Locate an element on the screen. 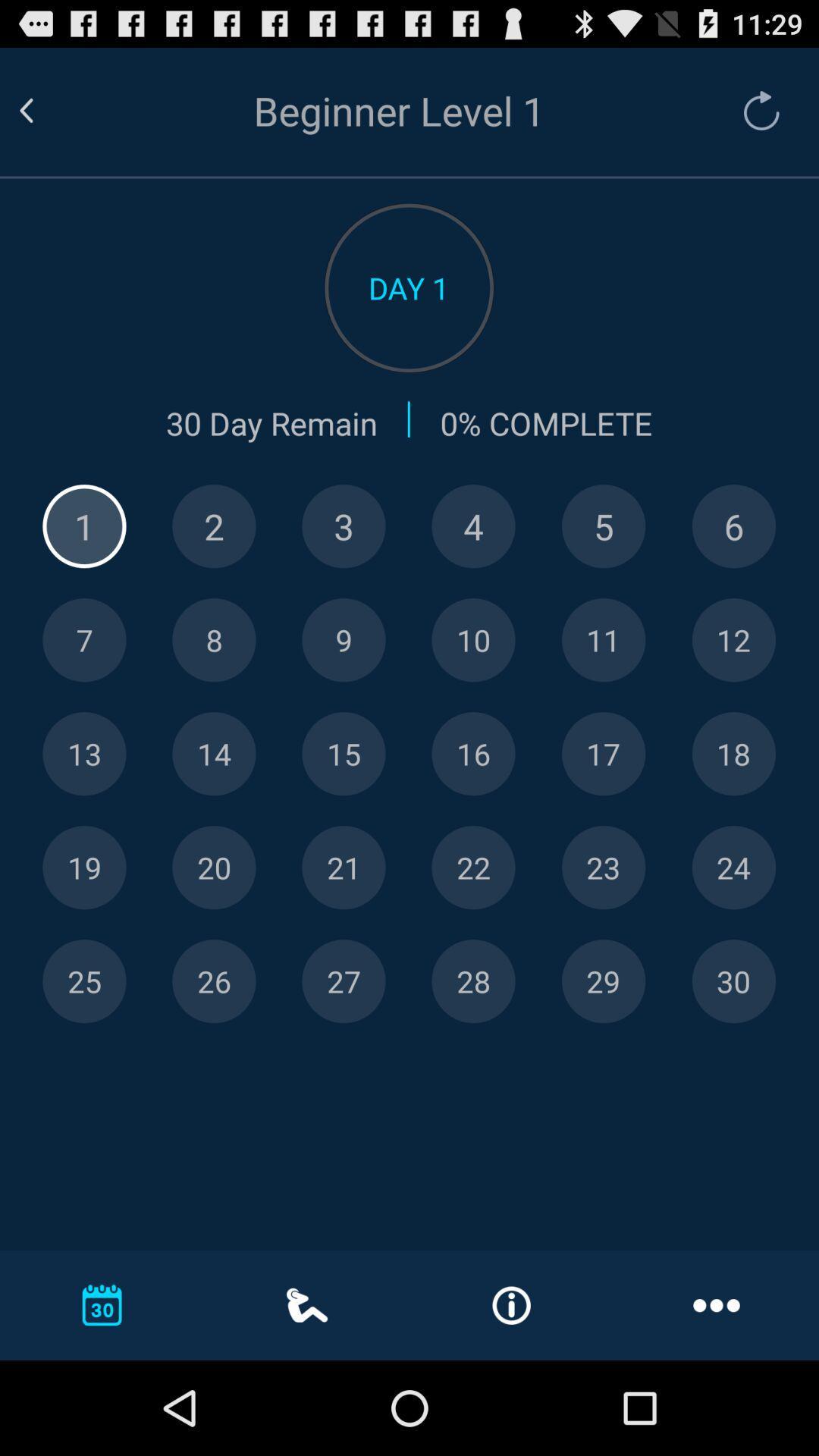  let you look at that specific day is located at coordinates (84, 754).